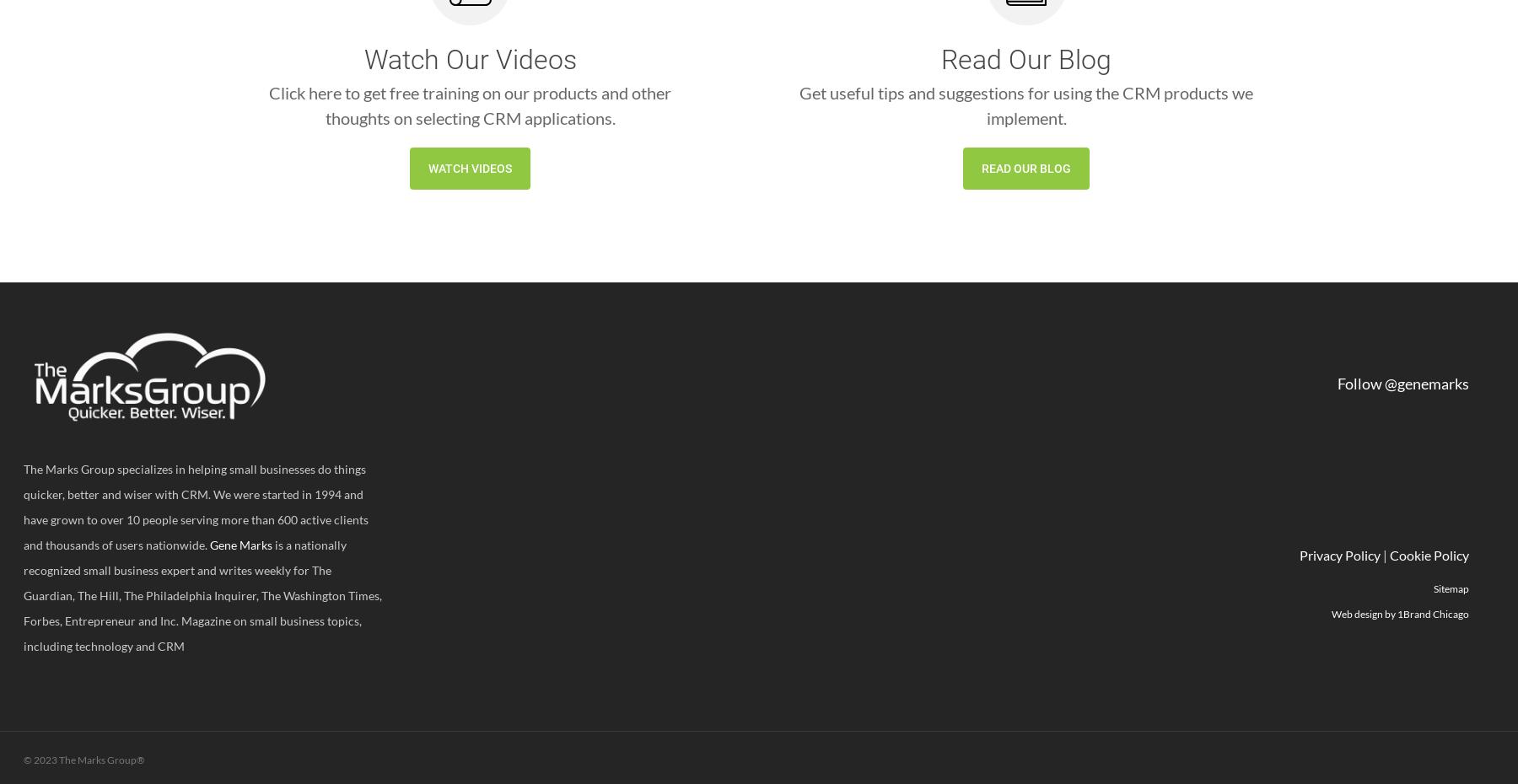 The height and width of the screenshot is (784, 1518). I want to click on 'Privacy Policy', so click(1338, 553).